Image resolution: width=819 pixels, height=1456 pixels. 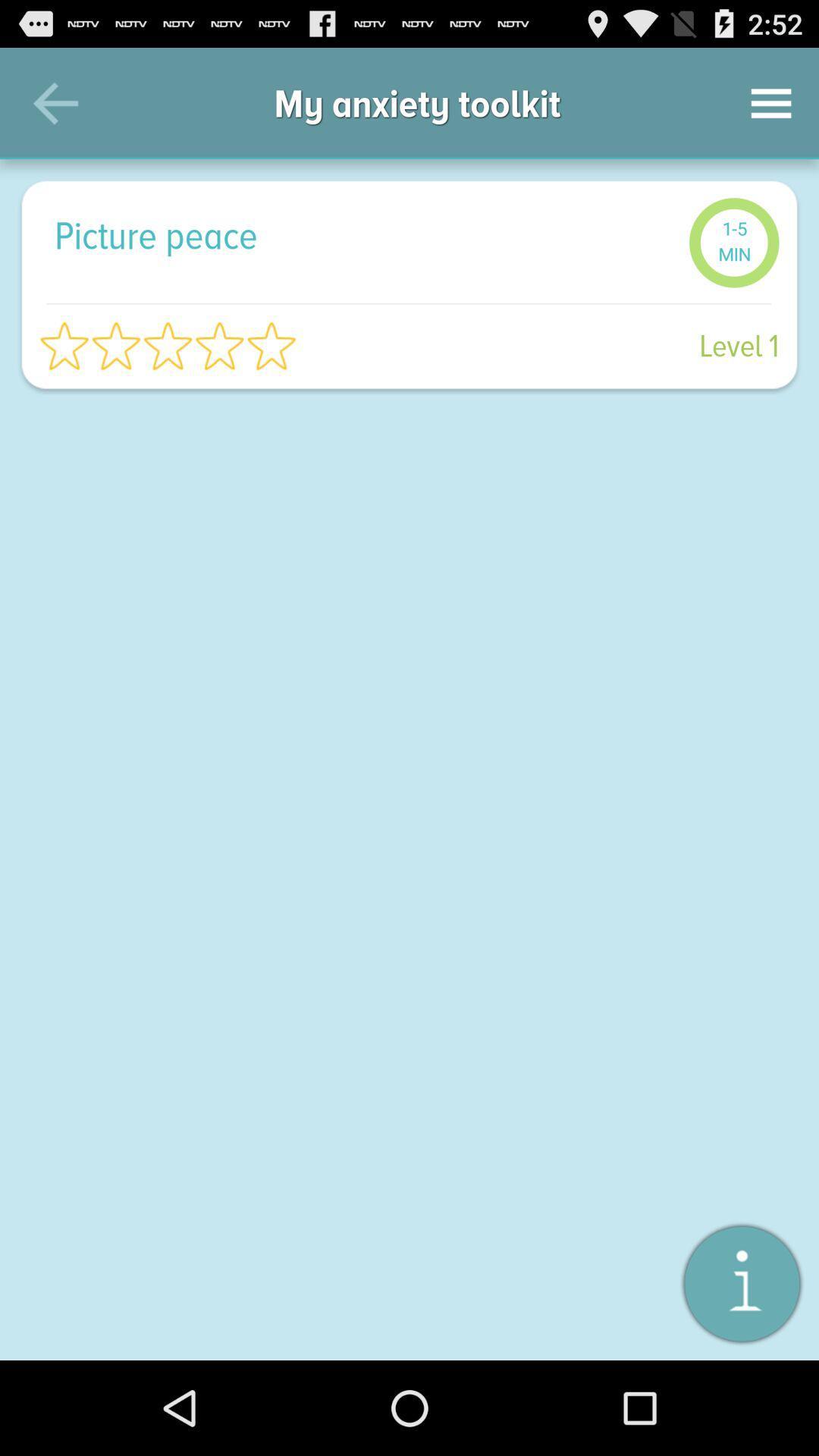 What do you see at coordinates (55, 102) in the screenshot?
I see `icon next to my anxiety toolkit` at bounding box center [55, 102].